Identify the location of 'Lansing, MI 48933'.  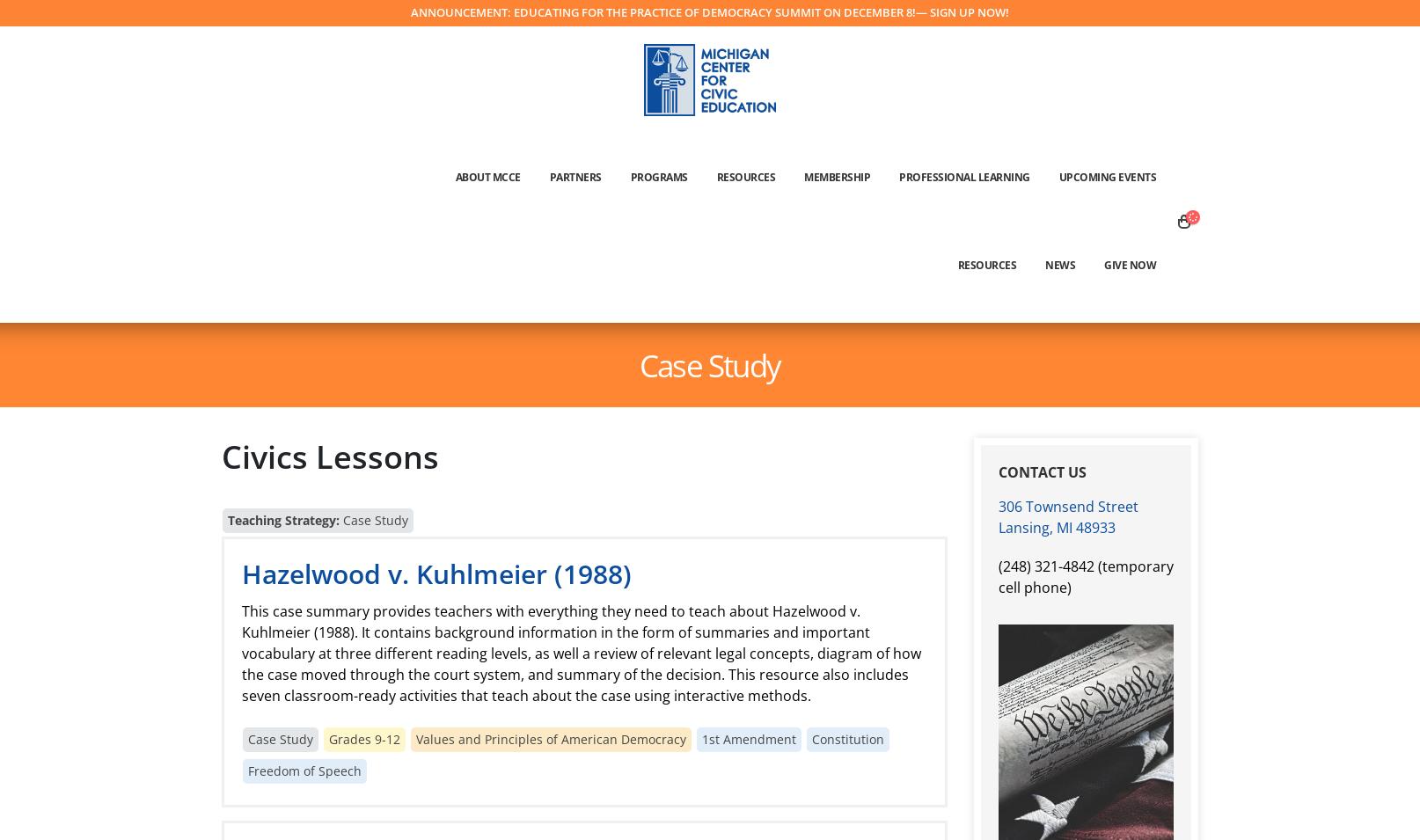
(1057, 526).